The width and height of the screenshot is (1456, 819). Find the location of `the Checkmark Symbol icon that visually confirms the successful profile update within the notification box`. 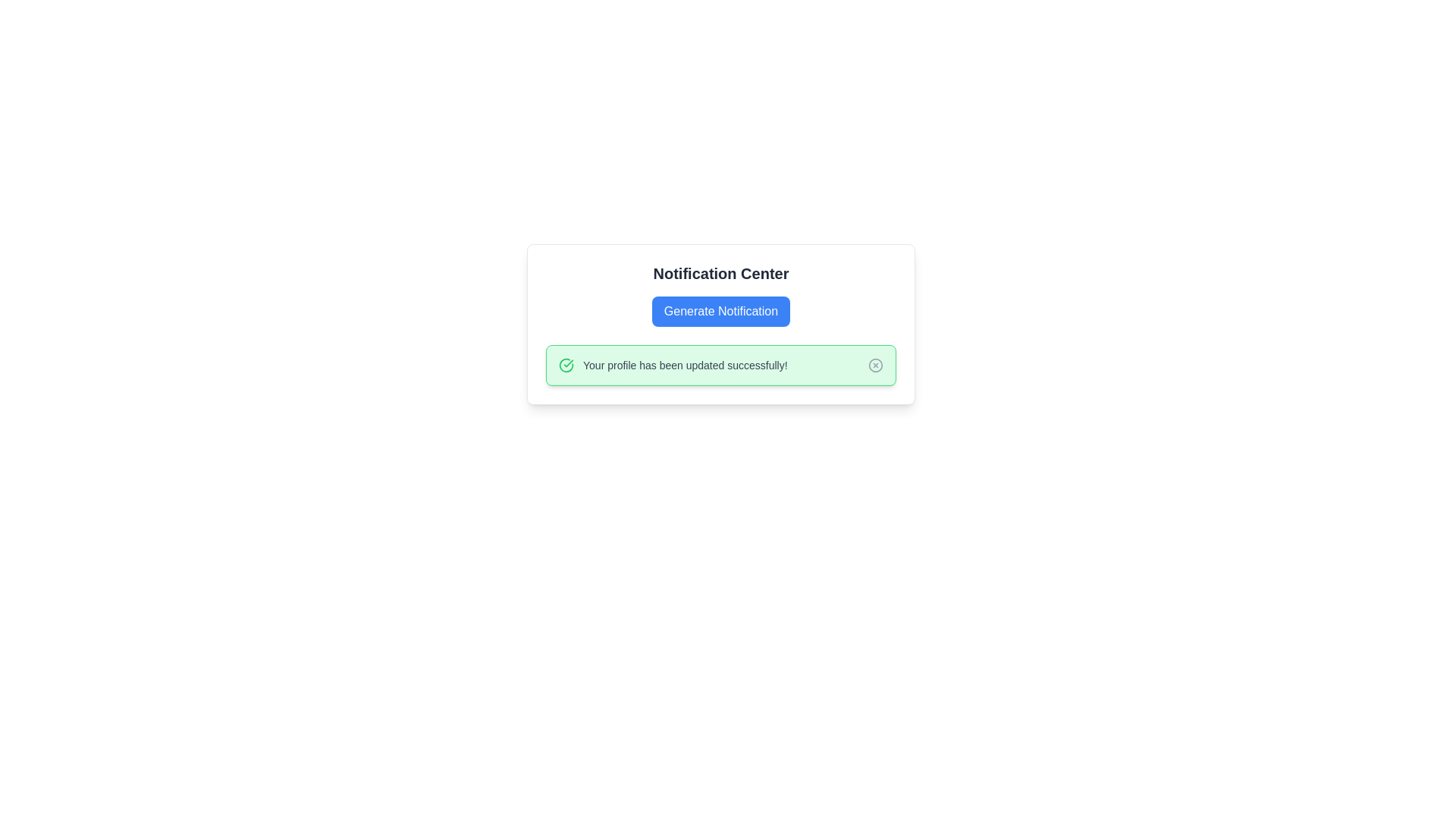

the Checkmark Symbol icon that visually confirms the successful profile update within the notification box is located at coordinates (566, 366).